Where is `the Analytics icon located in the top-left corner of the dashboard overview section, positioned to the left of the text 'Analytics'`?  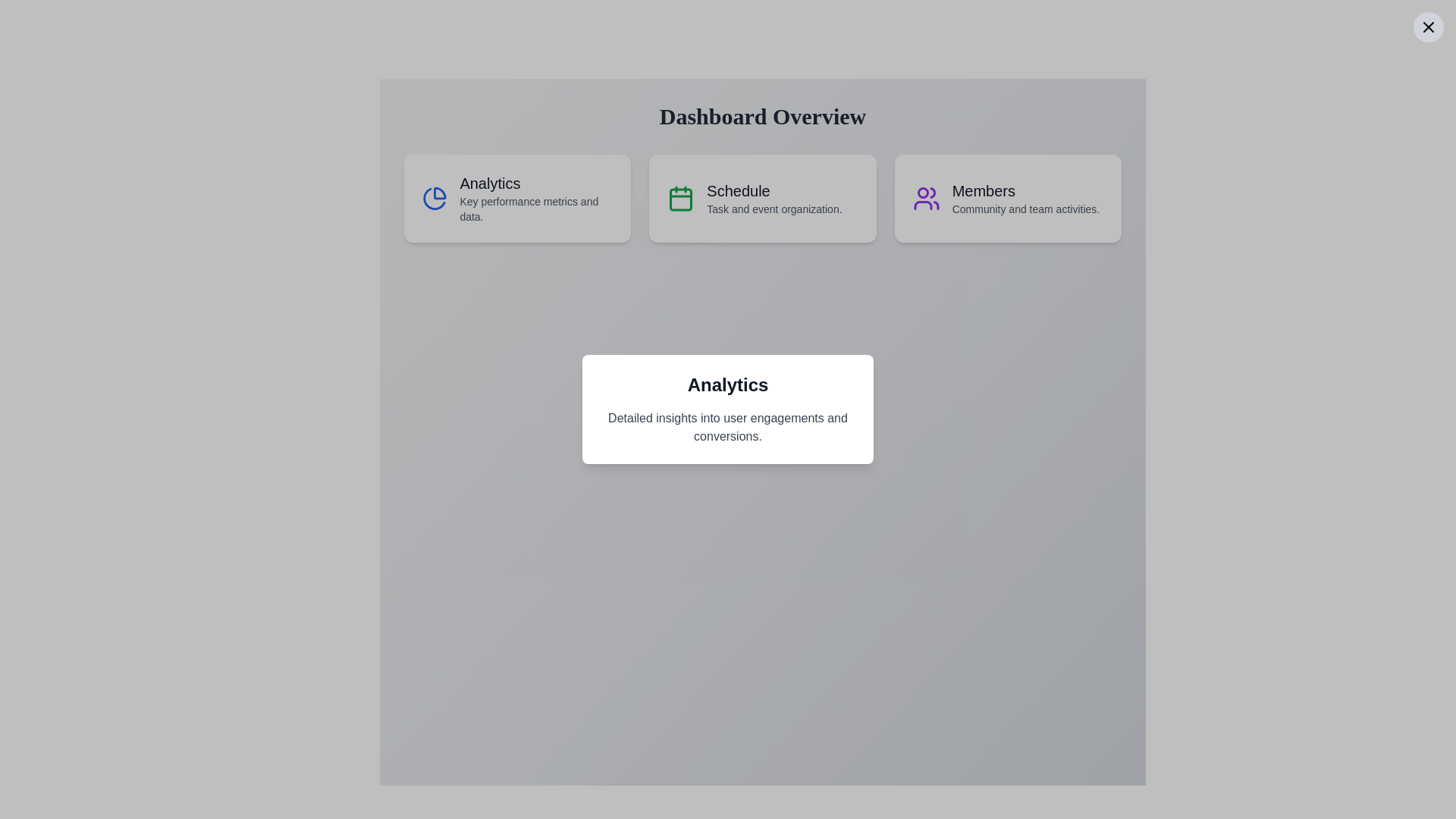
the Analytics icon located in the top-left corner of the dashboard overview section, positioned to the left of the text 'Analytics' is located at coordinates (434, 198).